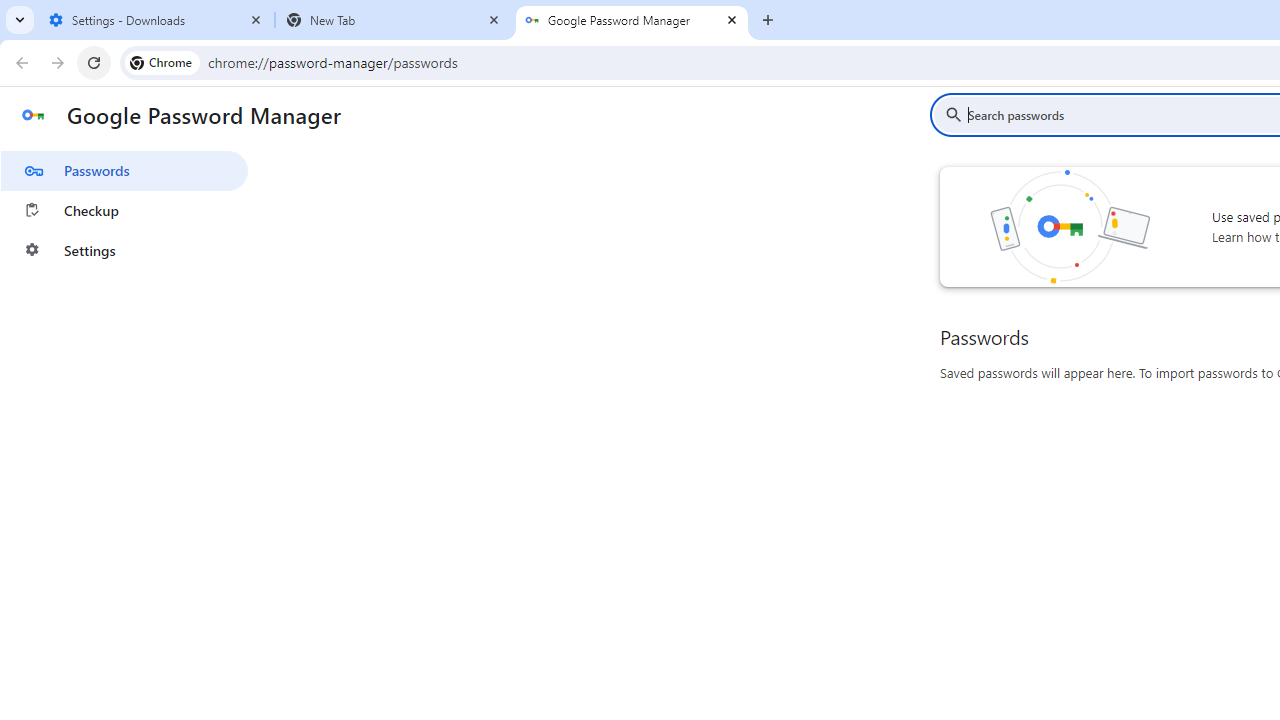  I want to click on 'Checkup', so click(123, 210).